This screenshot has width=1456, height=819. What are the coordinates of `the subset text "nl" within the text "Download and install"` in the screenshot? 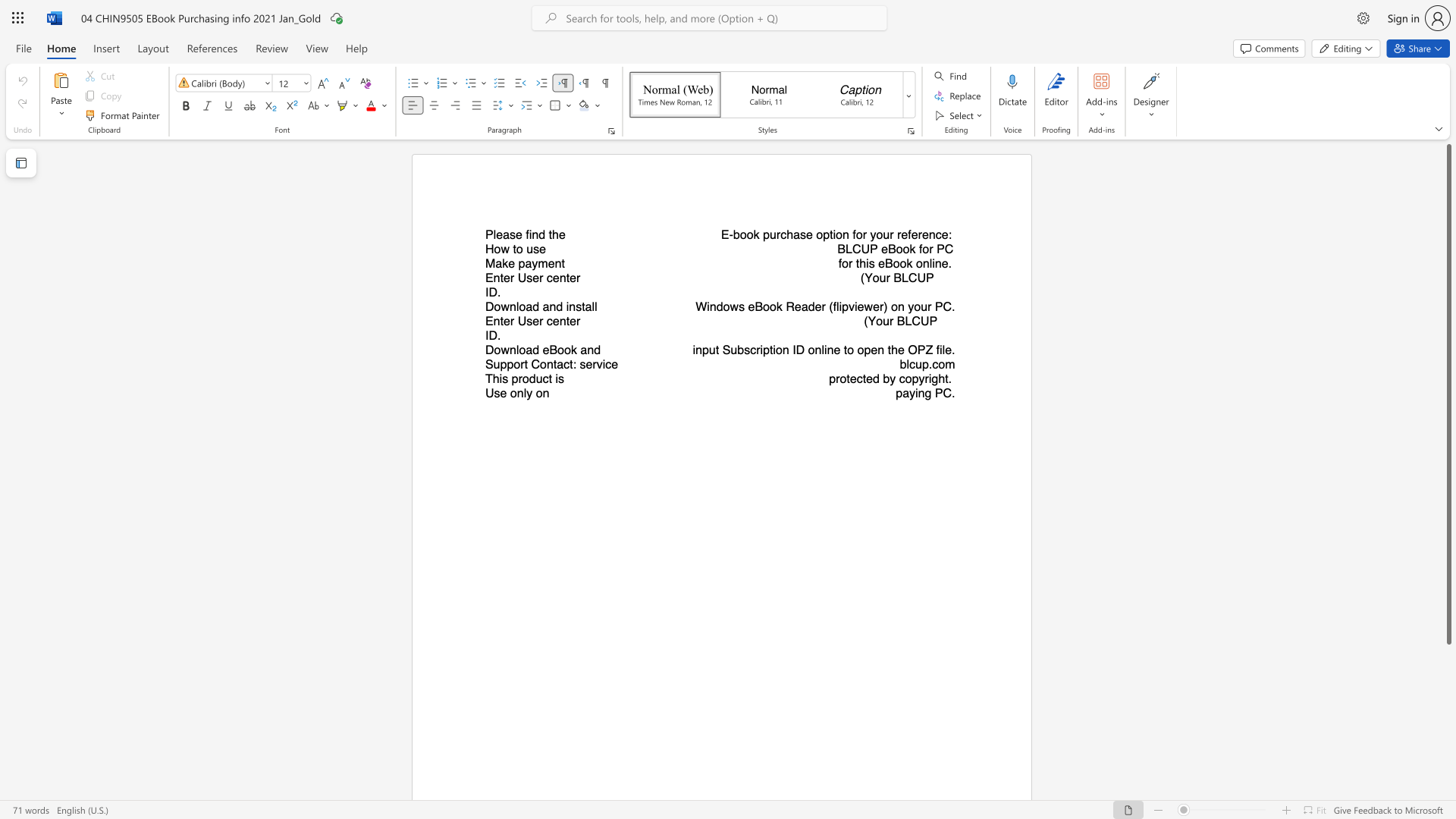 It's located at (510, 306).